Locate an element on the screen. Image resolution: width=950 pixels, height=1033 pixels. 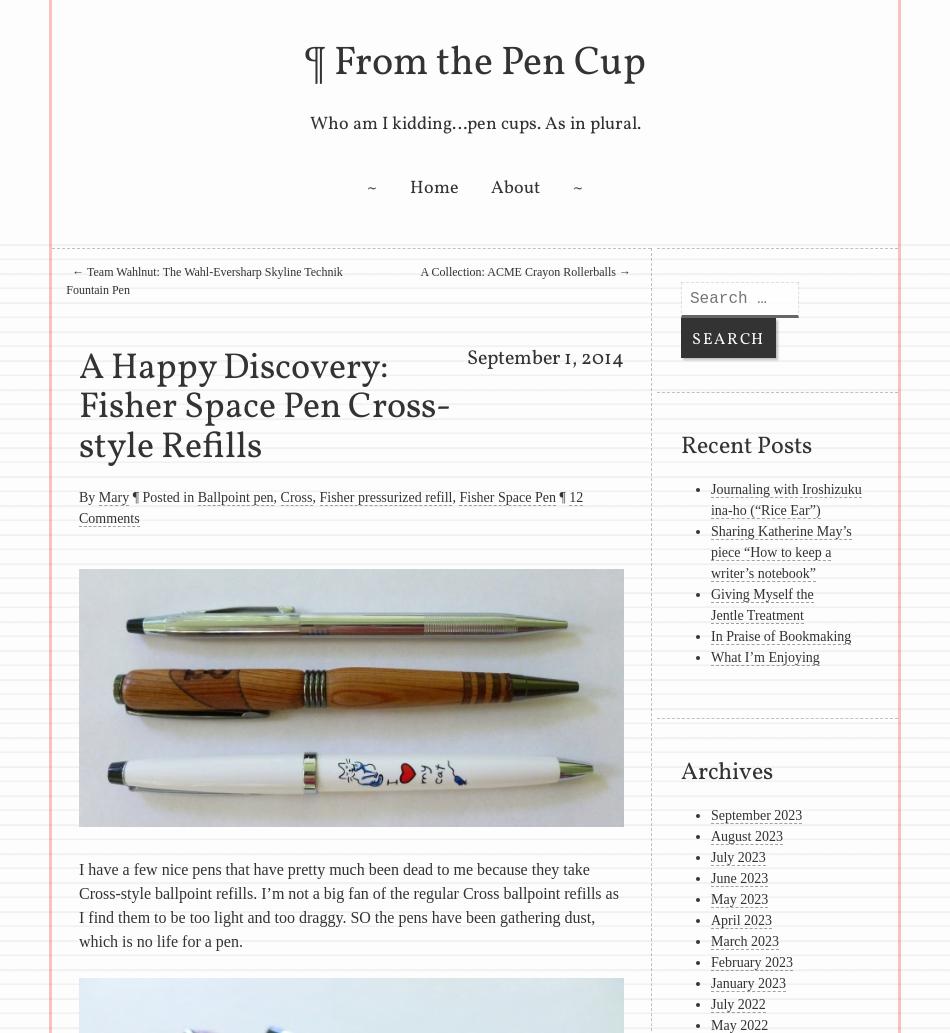
'Team Wahlnut: The Wahl-Eversharp Skyline Technik Fountain Pen' is located at coordinates (66, 279).